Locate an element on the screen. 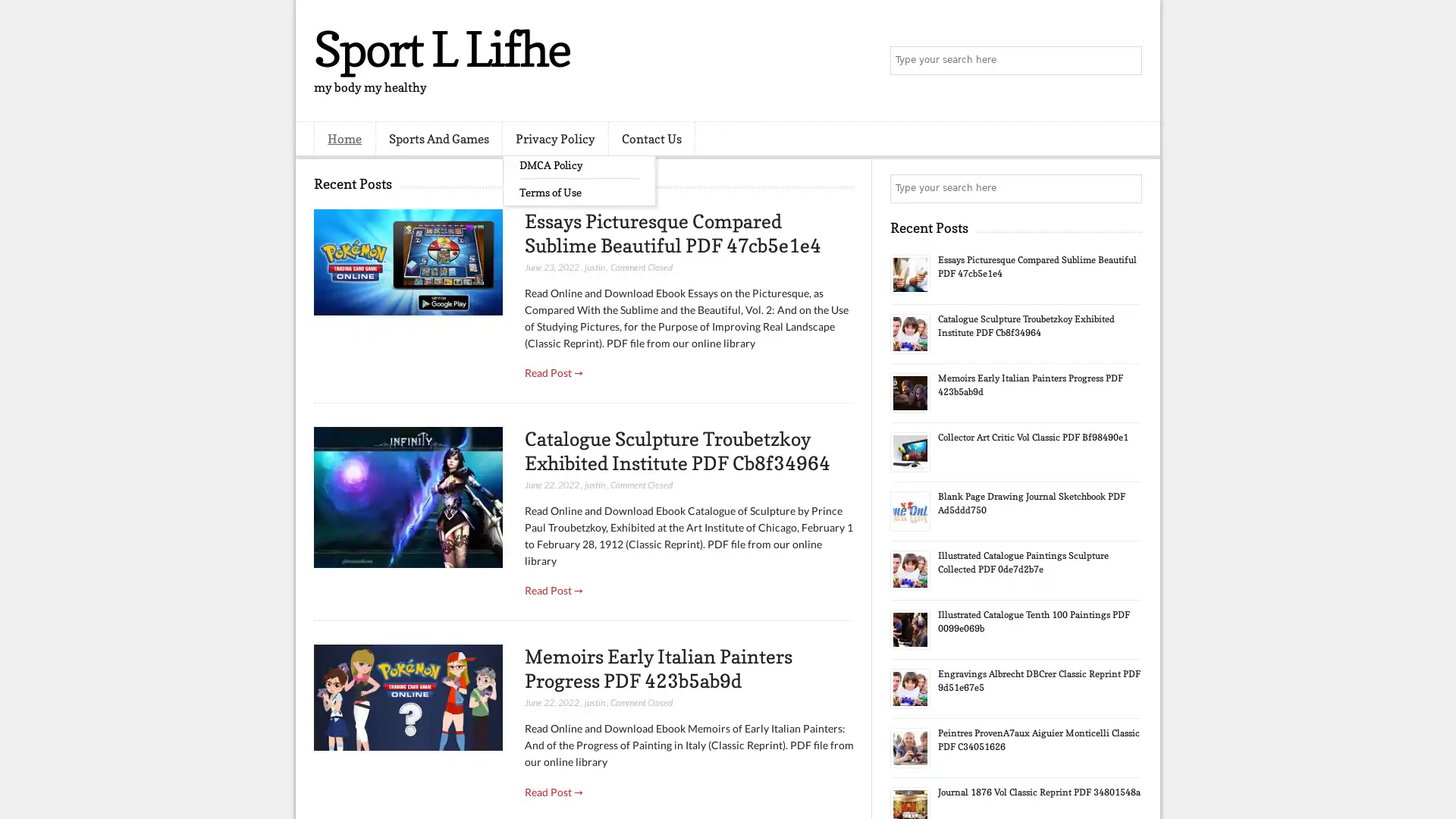 This screenshot has height=819, width=1456. Search is located at coordinates (1126, 188).